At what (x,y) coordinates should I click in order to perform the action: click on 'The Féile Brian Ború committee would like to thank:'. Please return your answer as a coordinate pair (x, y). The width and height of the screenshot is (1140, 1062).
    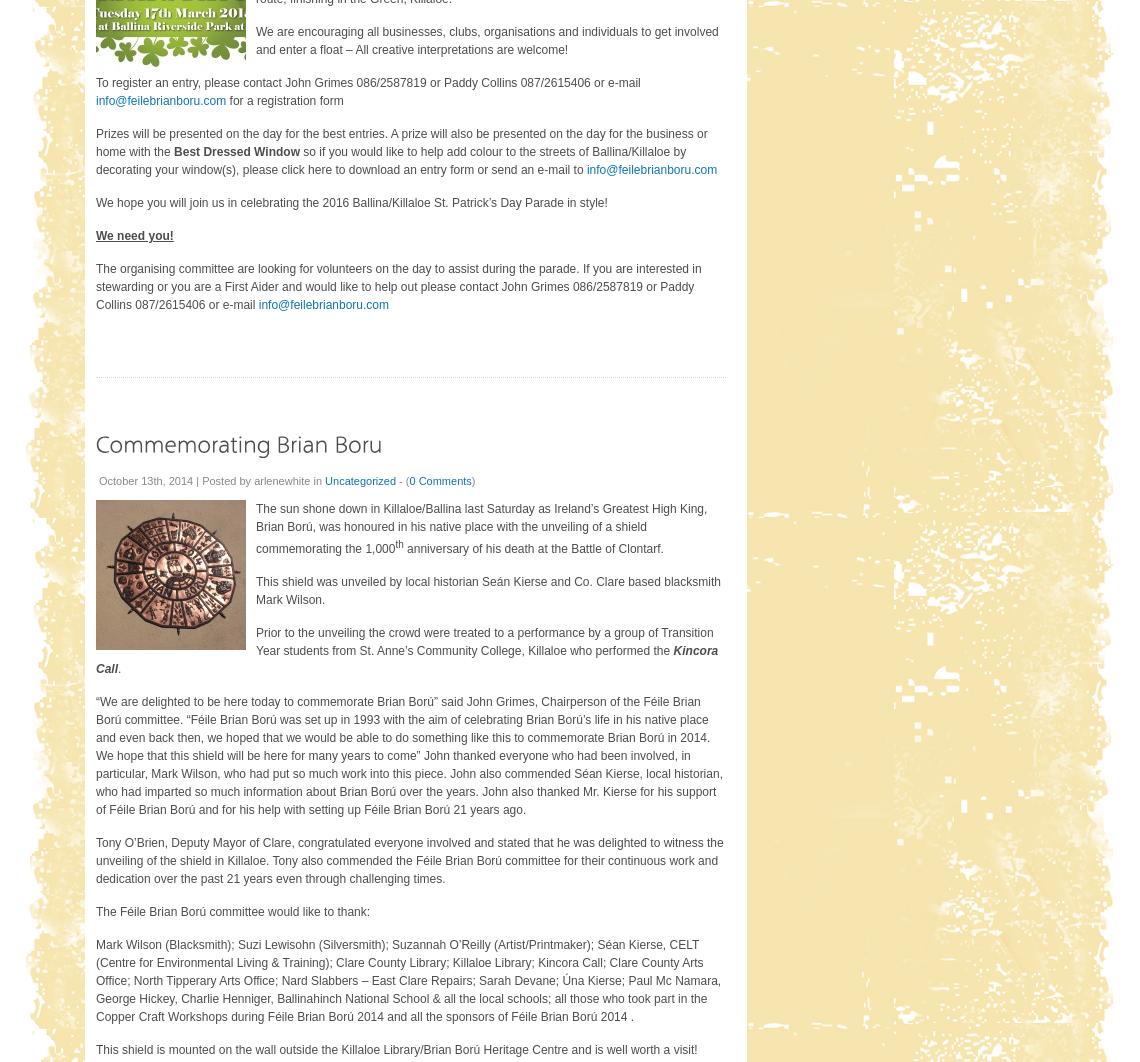
    Looking at the image, I should click on (94, 909).